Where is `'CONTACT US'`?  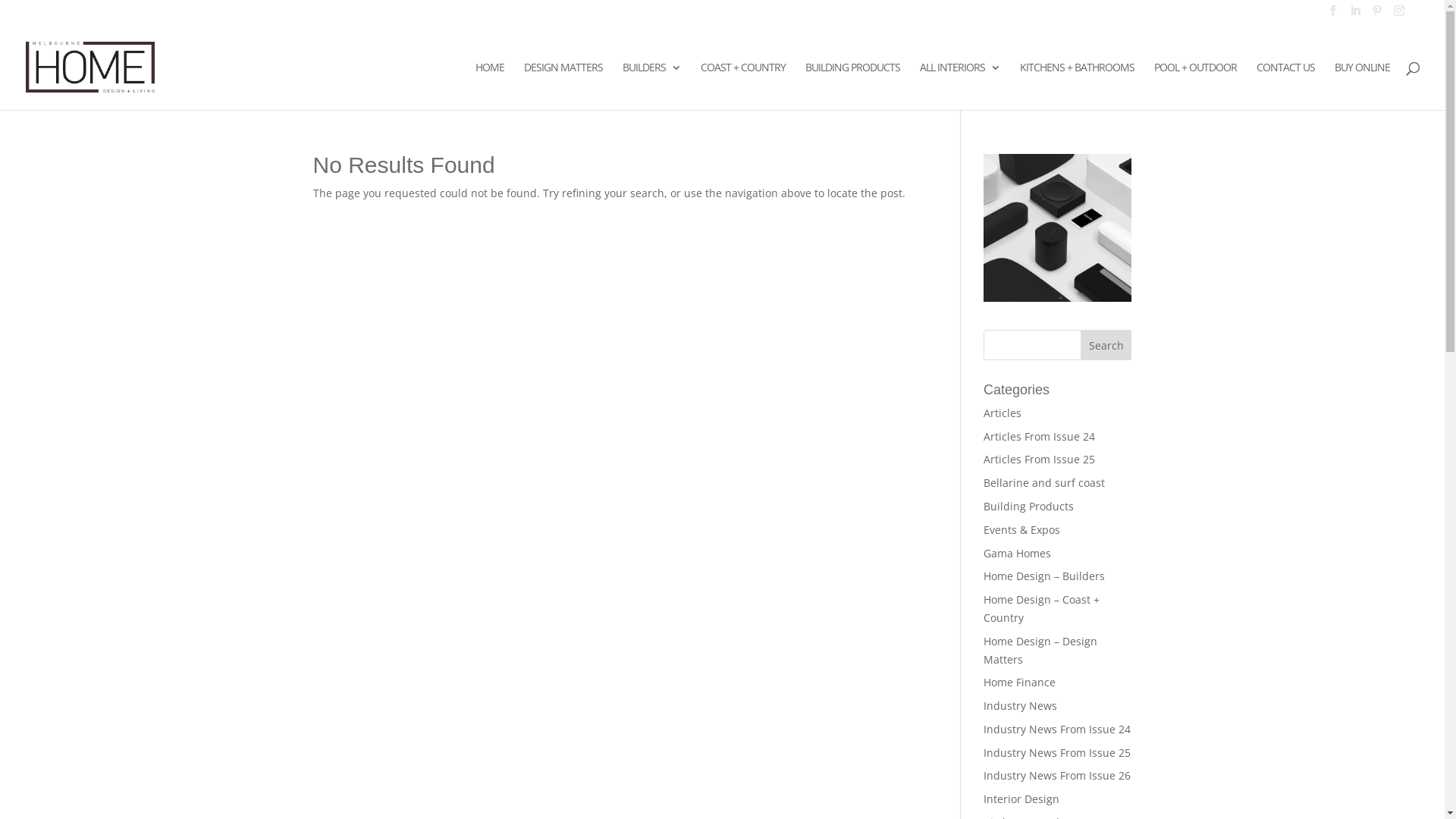 'CONTACT US' is located at coordinates (1256, 86).